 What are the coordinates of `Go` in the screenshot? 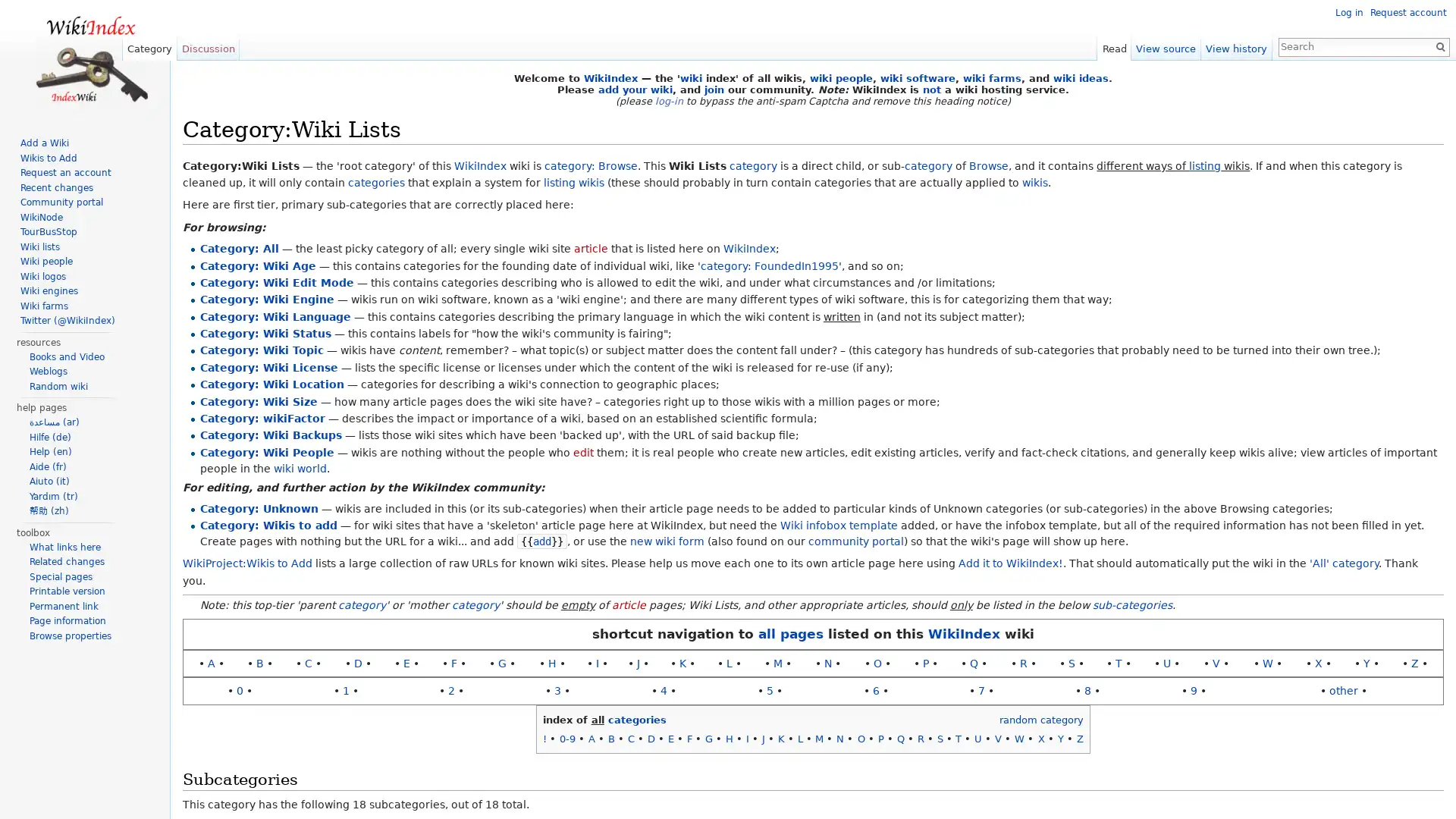 It's located at (1433, 45).